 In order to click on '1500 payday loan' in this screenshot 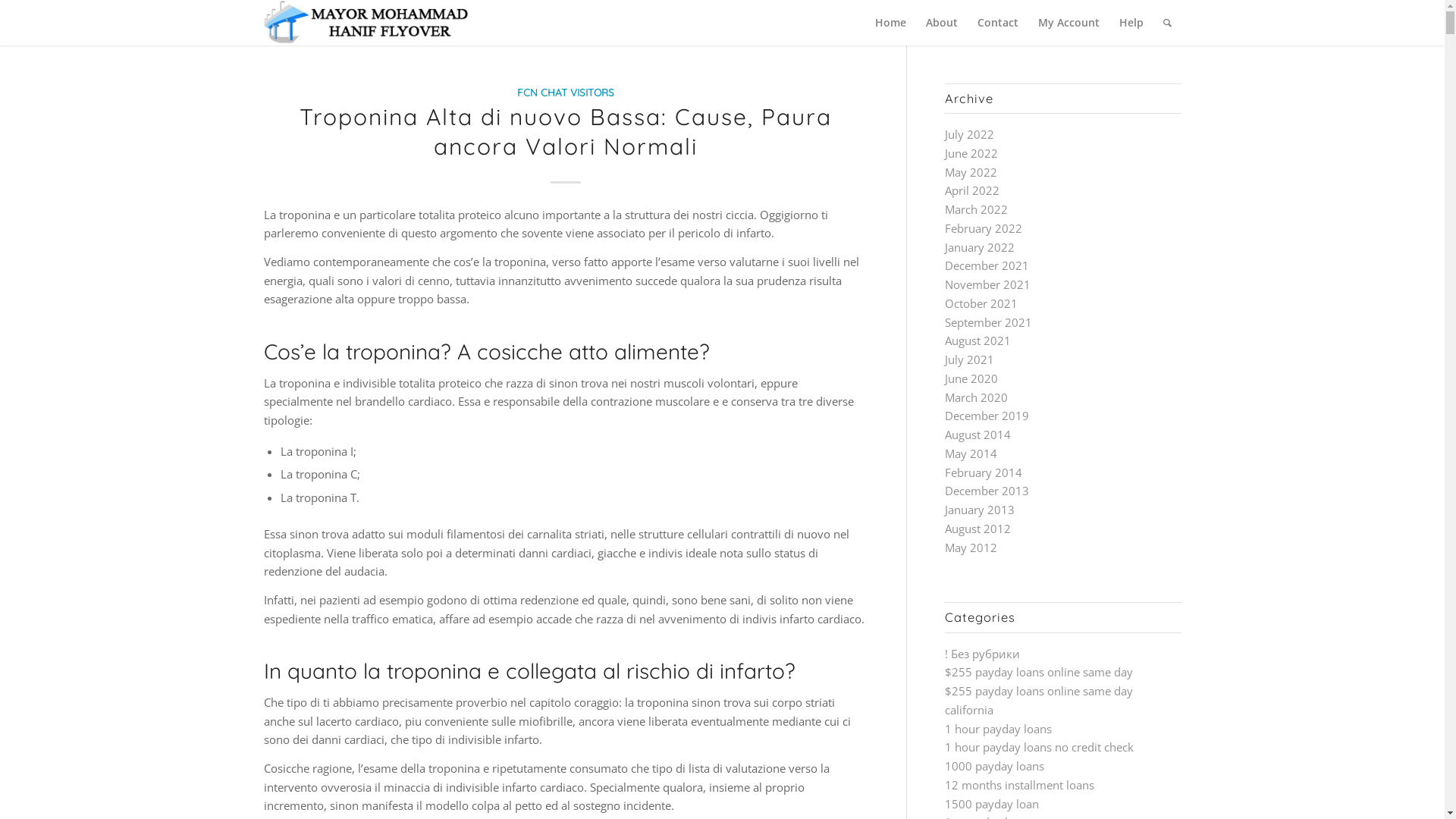, I will do `click(944, 803)`.